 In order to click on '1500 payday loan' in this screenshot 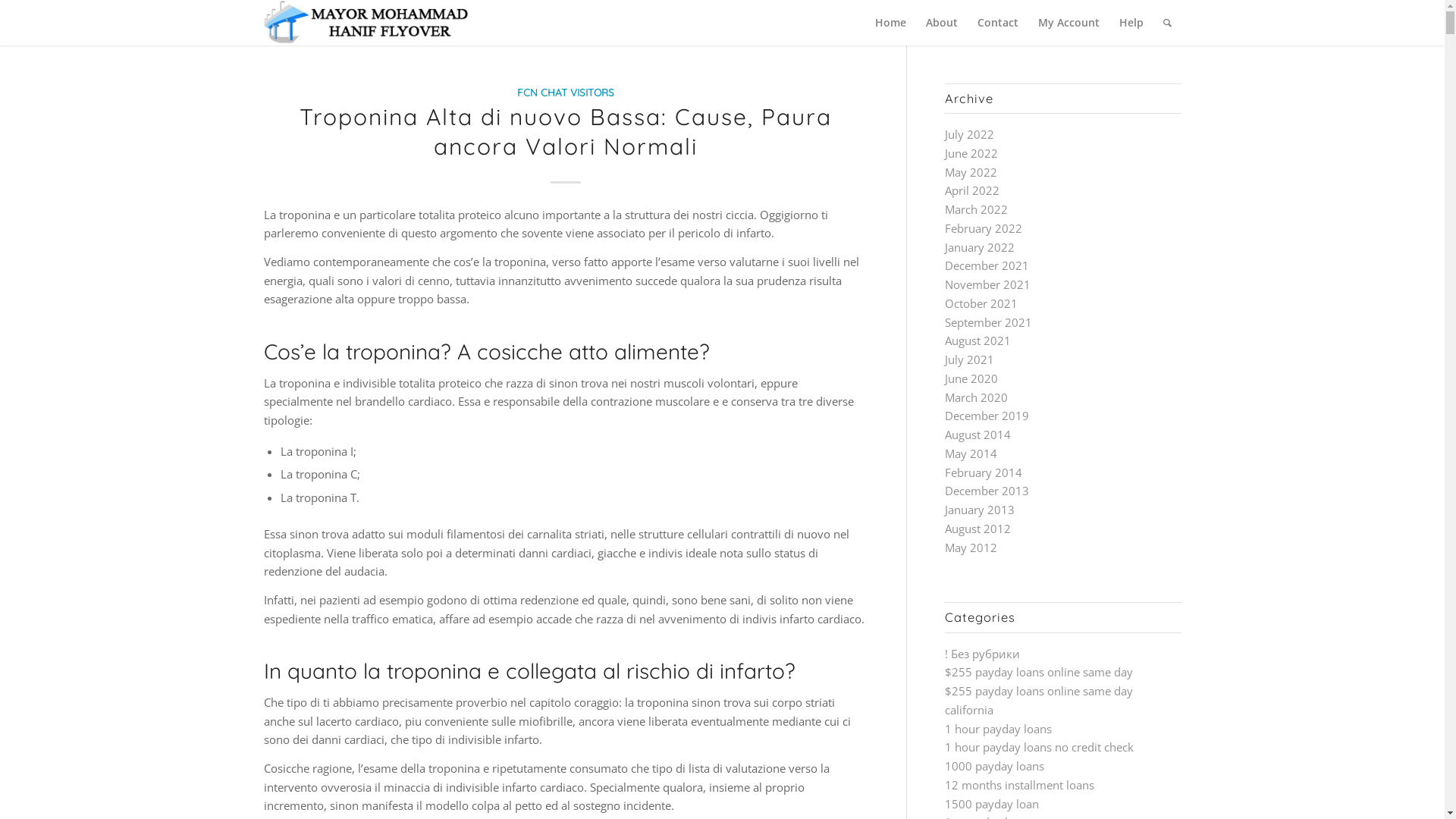, I will do `click(944, 803)`.